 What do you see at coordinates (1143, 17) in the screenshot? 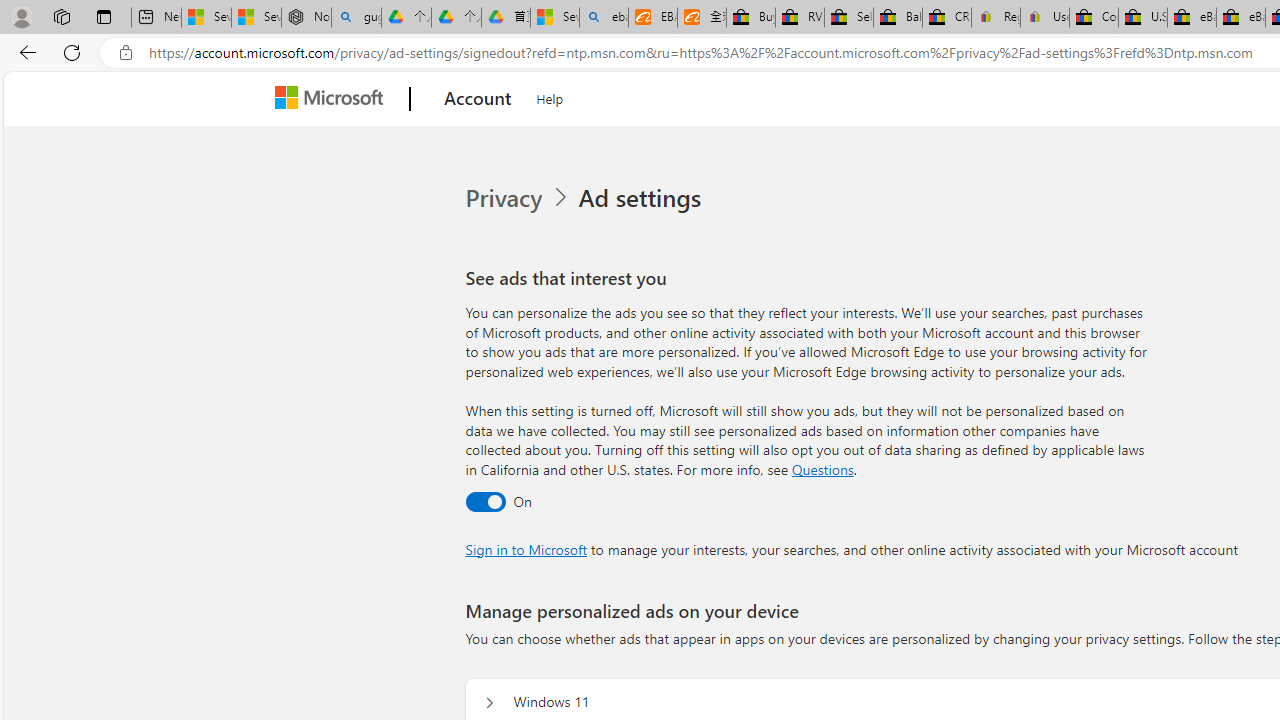
I see `'U.S. State Privacy Disclosures - eBay Inc.'` at bounding box center [1143, 17].